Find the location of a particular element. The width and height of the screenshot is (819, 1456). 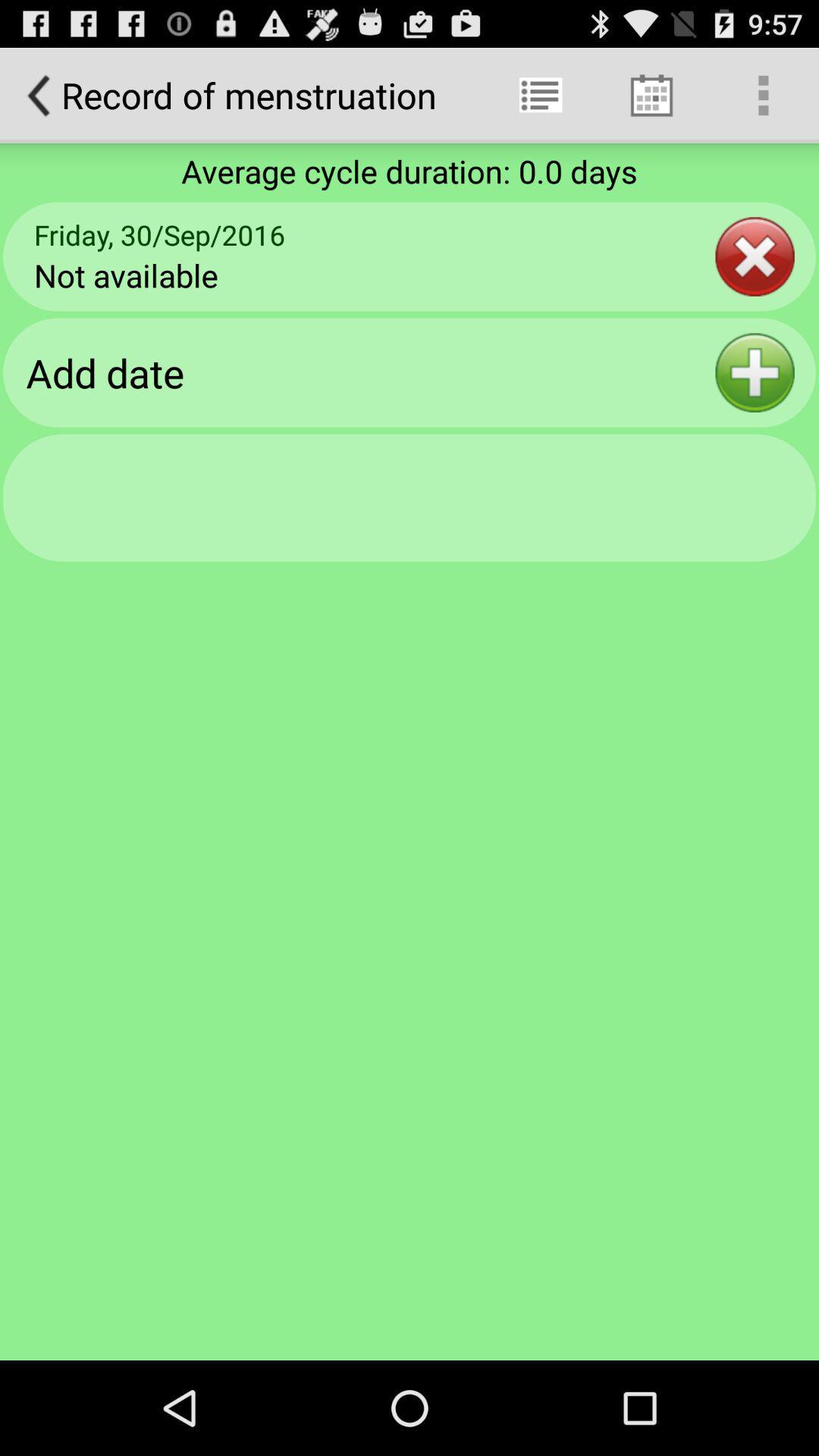

the date what we want for record is located at coordinates (755, 372).